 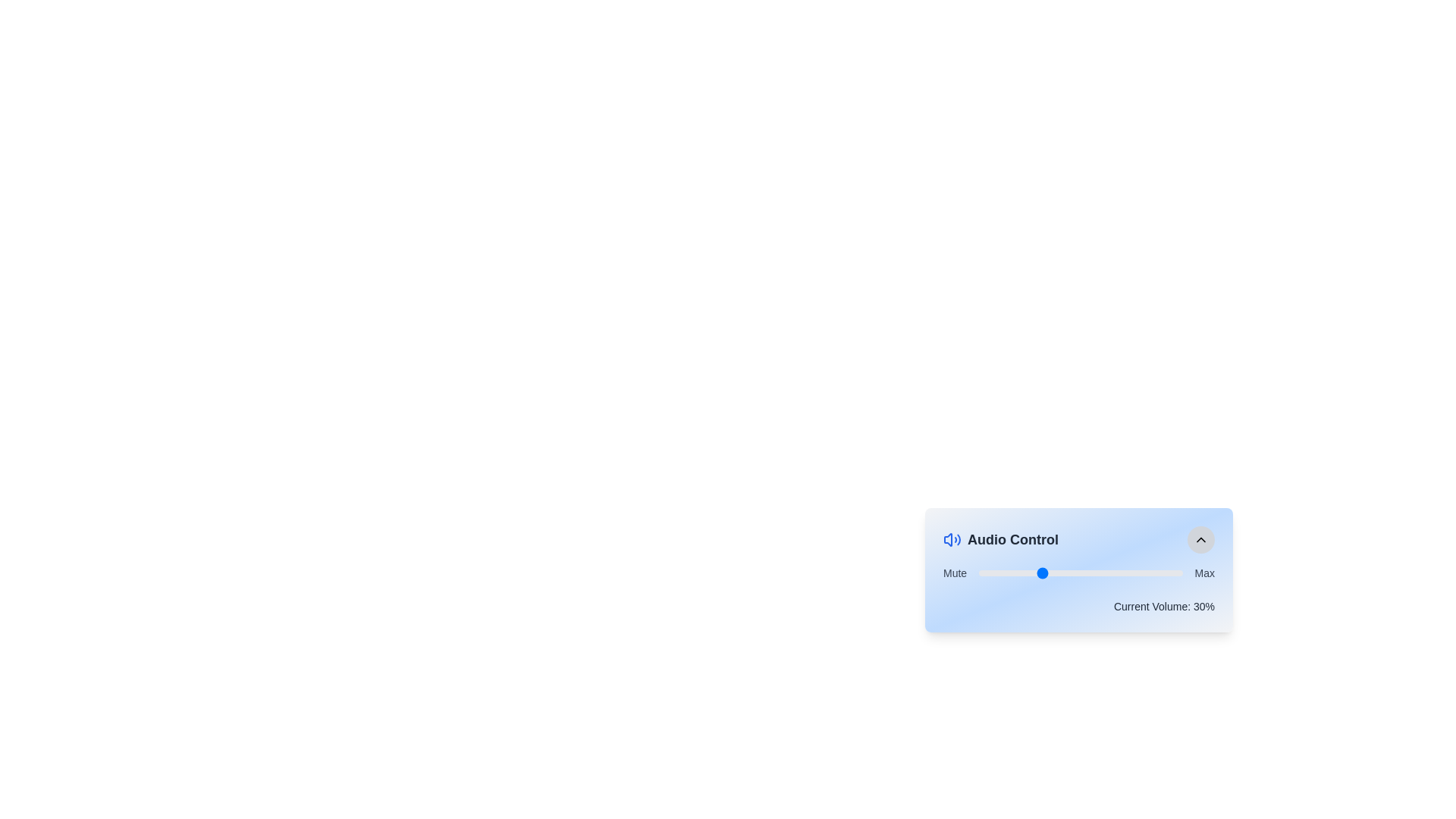 What do you see at coordinates (1050, 573) in the screenshot?
I see `the volume level` at bounding box center [1050, 573].